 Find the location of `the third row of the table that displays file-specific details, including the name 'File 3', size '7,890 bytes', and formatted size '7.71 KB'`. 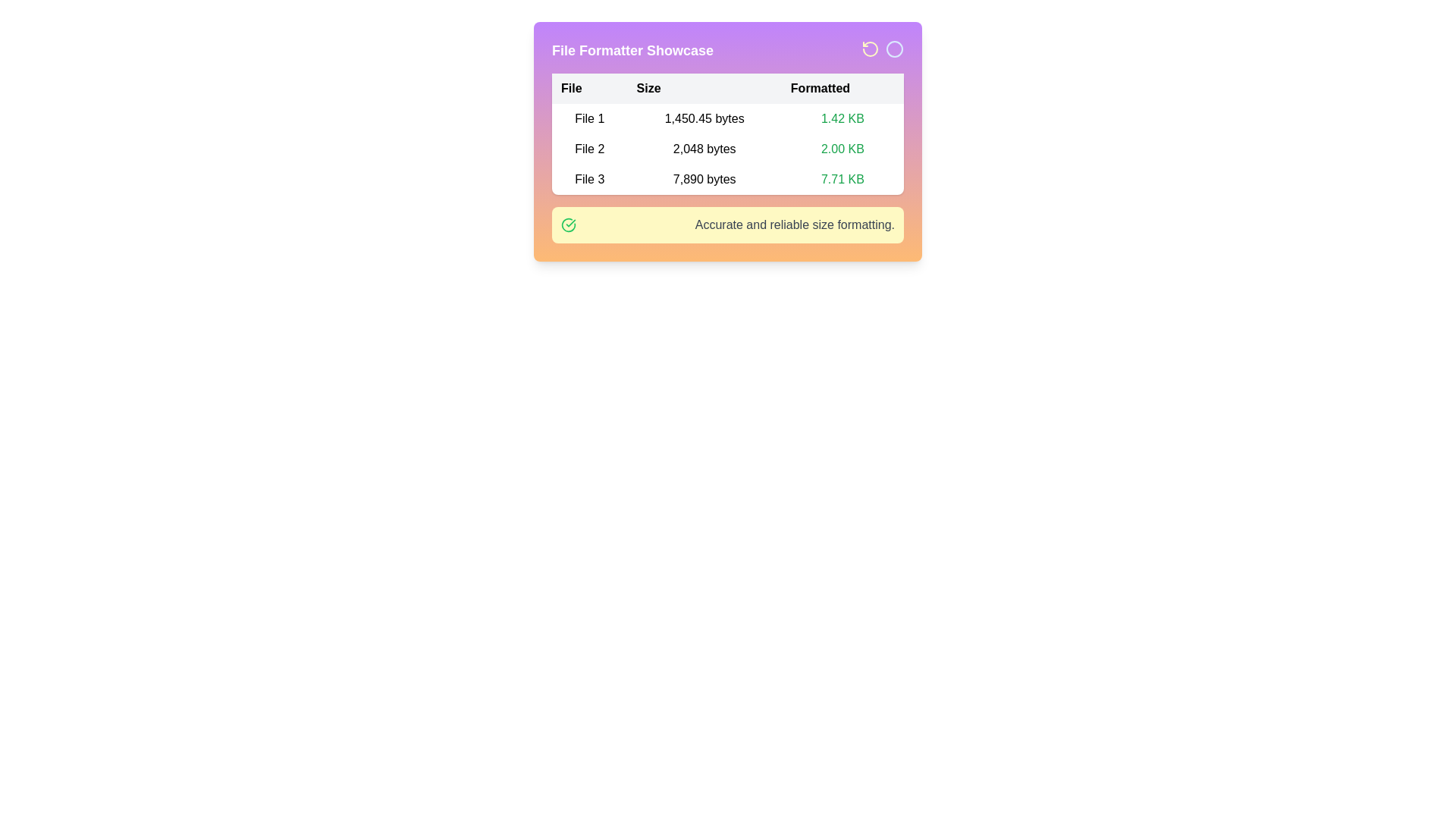

the third row of the table that displays file-specific details, including the name 'File 3', size '7,890 bytes', and formatted size '7.71 KB' is located at coordinates (728, 178).